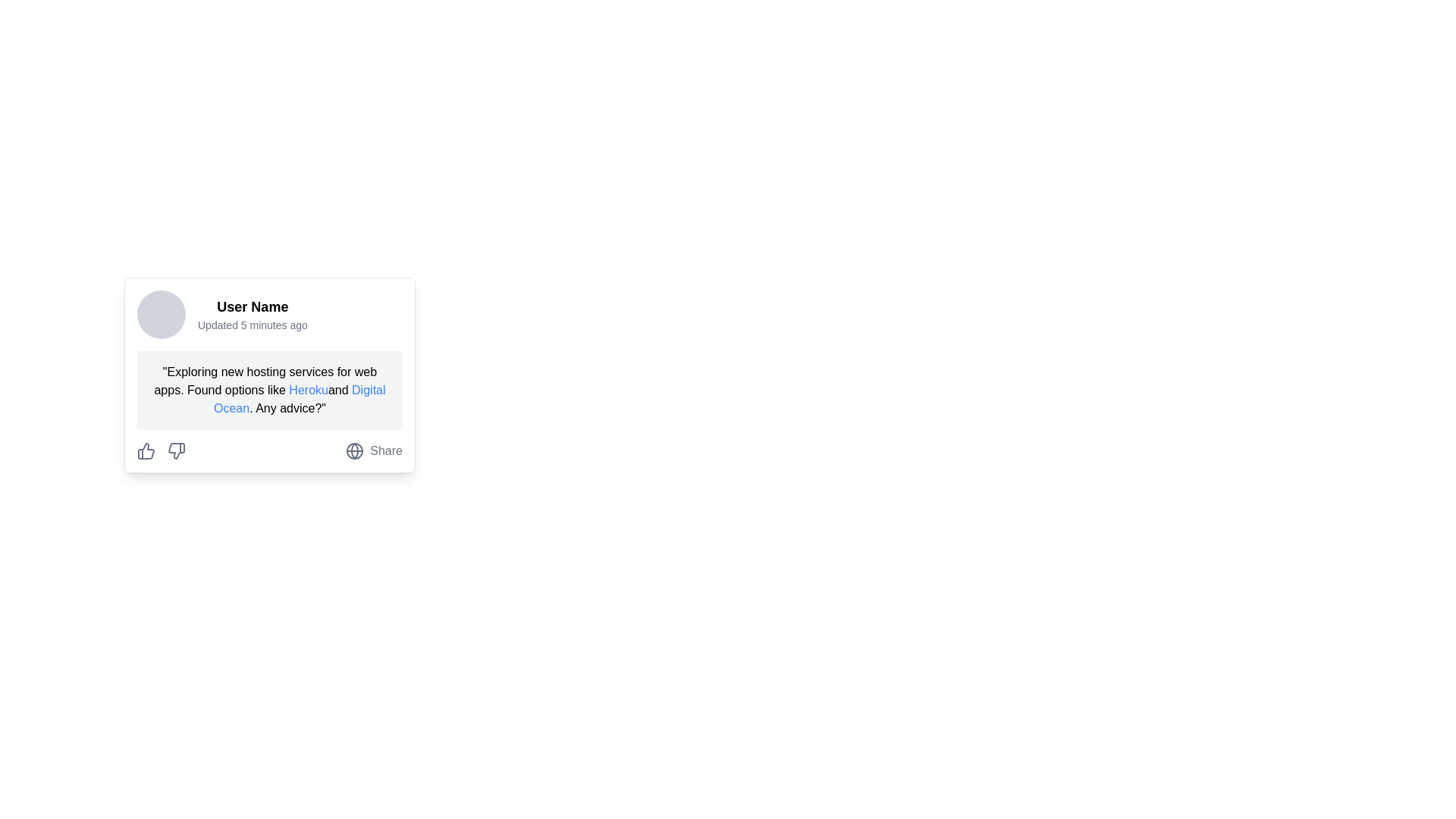  I want to click on the thumbs-up icon element, specifically the thumb part of the icon that is styled with a stroke outline and follows a minimalist design, so click(146, 450).